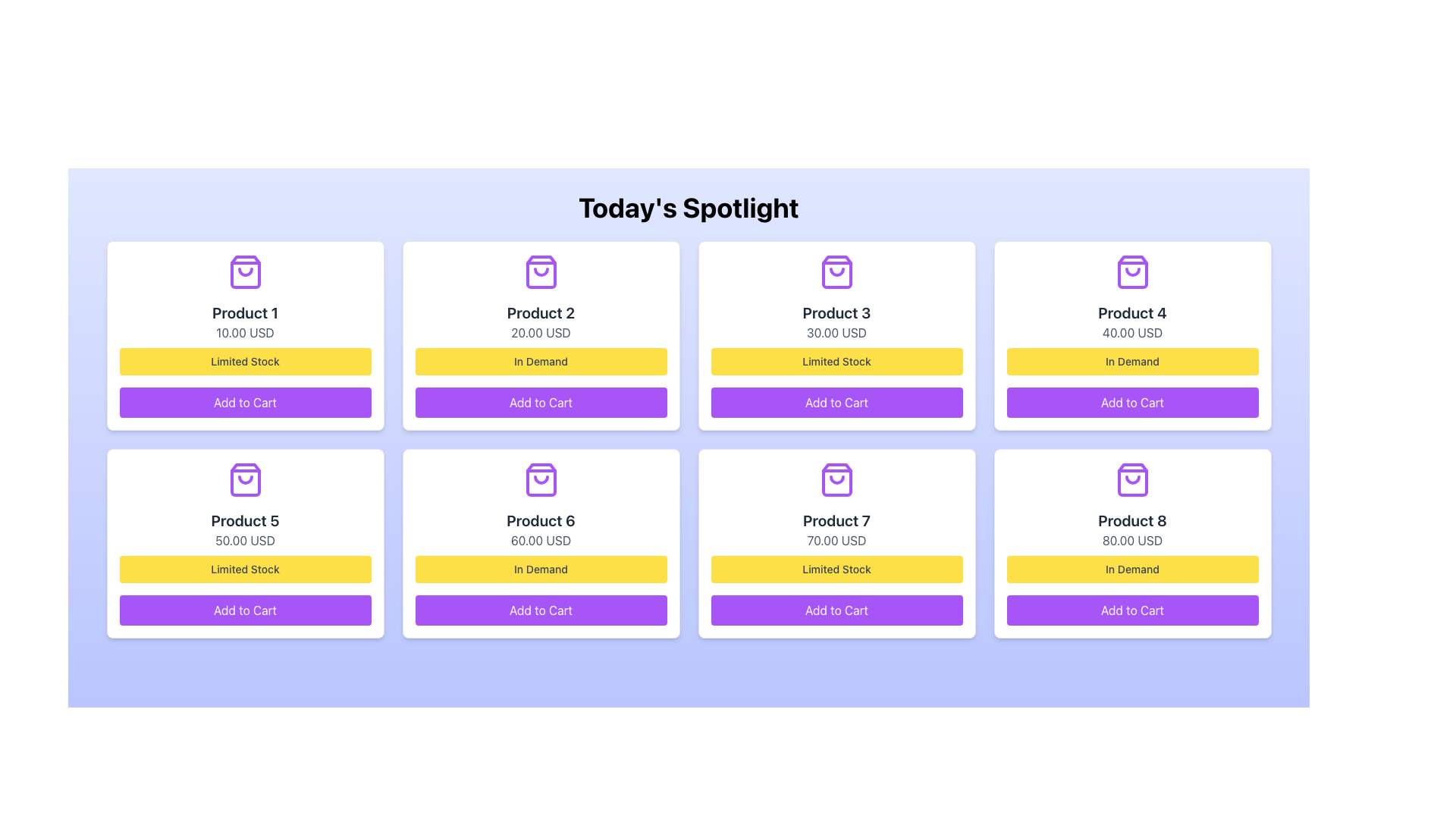  I want to click on the limited stock notification label for 'Product 7', which is centrally positioned between the price display and the 'Add to Cart' button, so click(836, 570).